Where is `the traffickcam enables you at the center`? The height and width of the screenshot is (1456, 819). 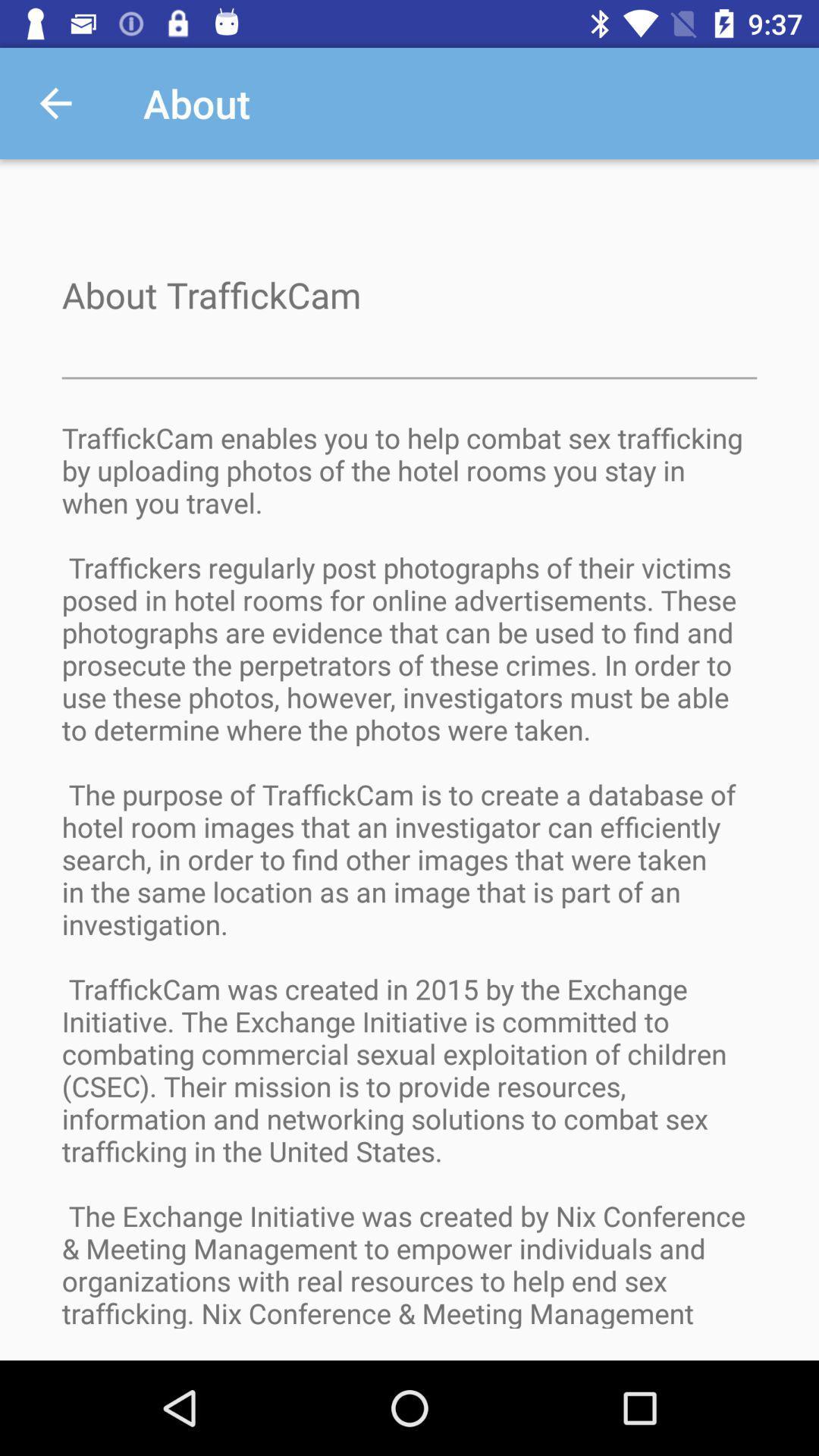 the traffickcam enables you at the center is located at coordinates (409, 890).